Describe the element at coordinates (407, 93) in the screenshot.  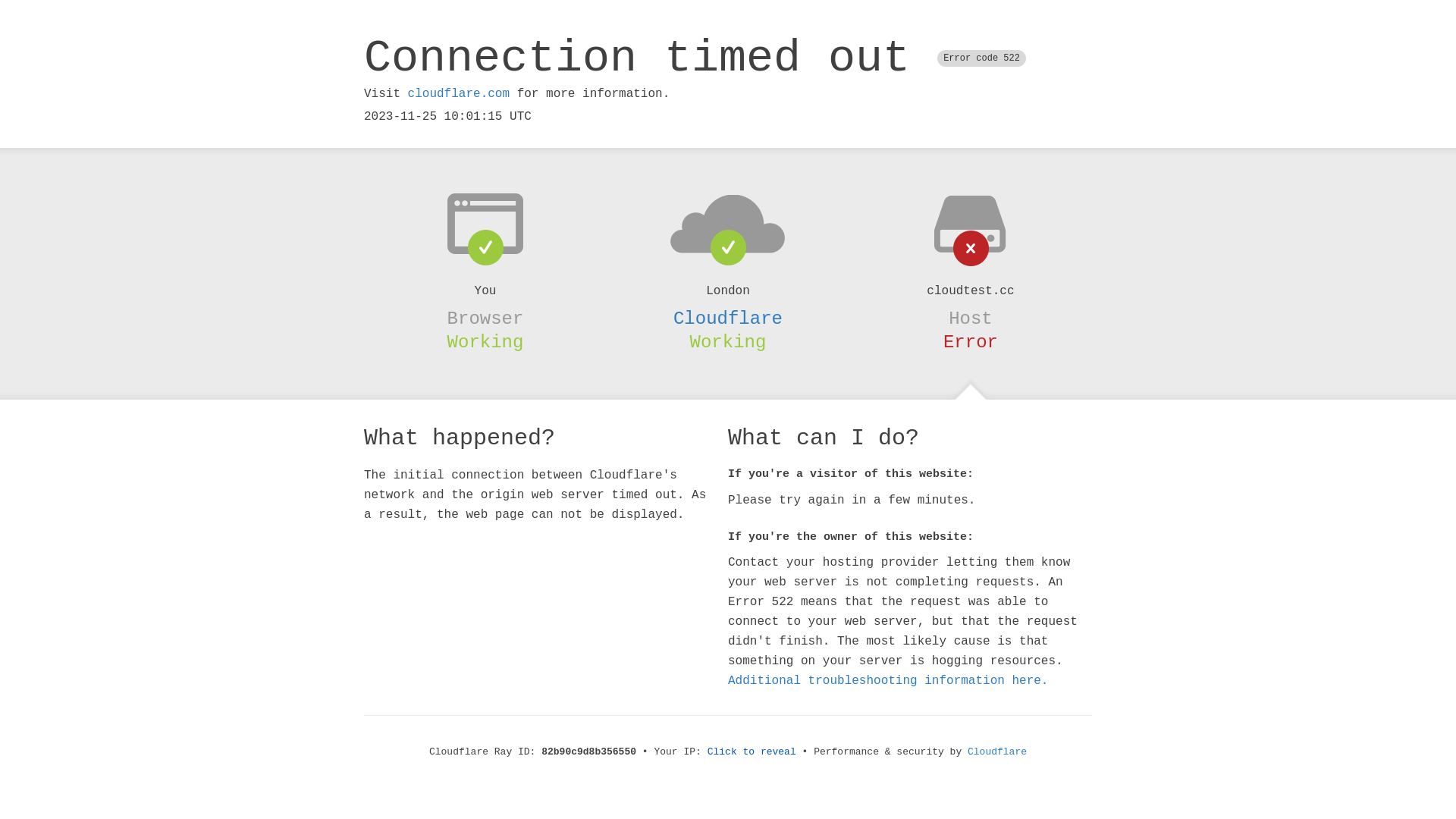
I see `'cloudflare.com'` at that location.